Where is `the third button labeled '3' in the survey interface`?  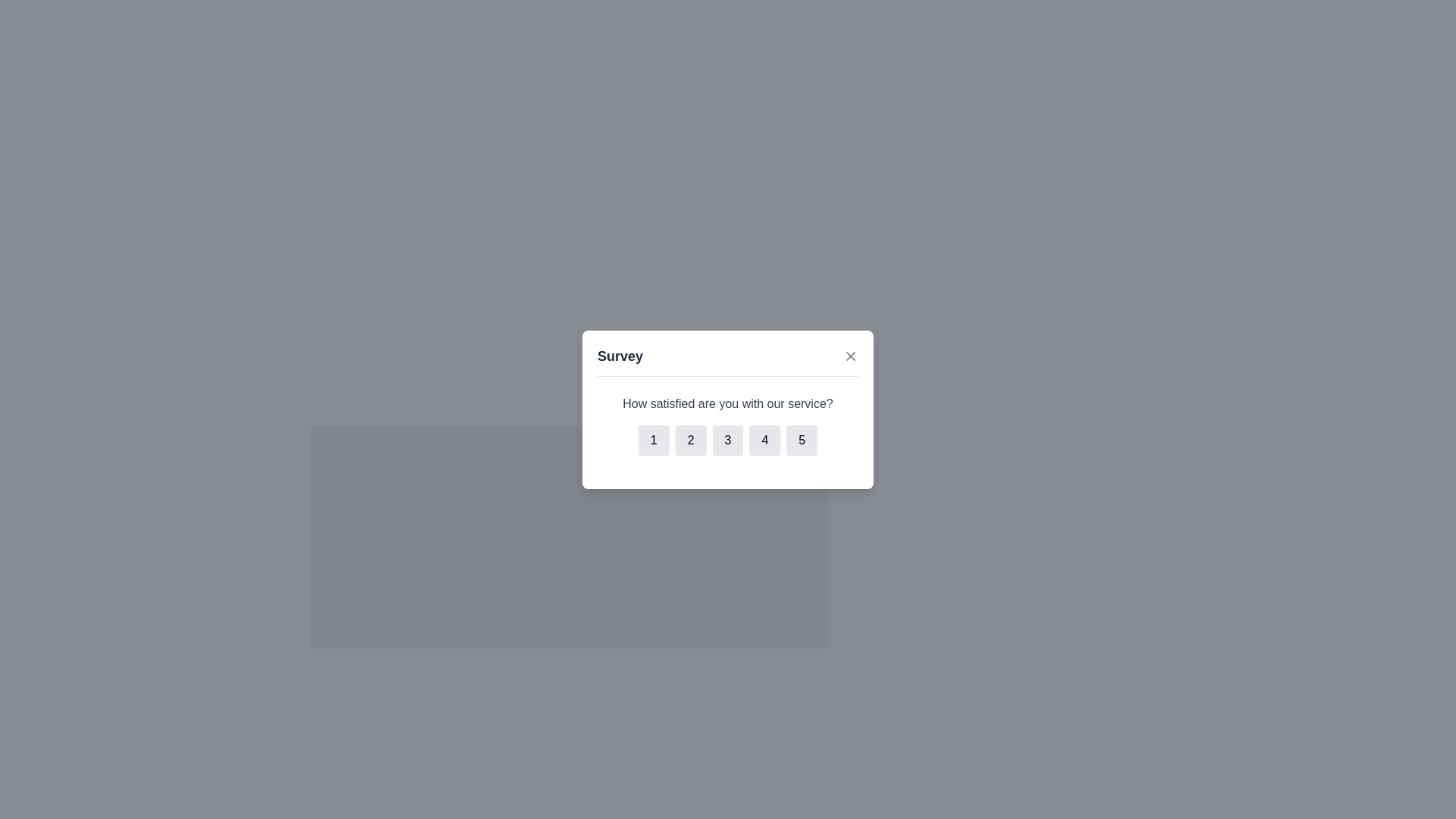
the third button labeled '3' in the survey interface is located at coordinates (728, 440).